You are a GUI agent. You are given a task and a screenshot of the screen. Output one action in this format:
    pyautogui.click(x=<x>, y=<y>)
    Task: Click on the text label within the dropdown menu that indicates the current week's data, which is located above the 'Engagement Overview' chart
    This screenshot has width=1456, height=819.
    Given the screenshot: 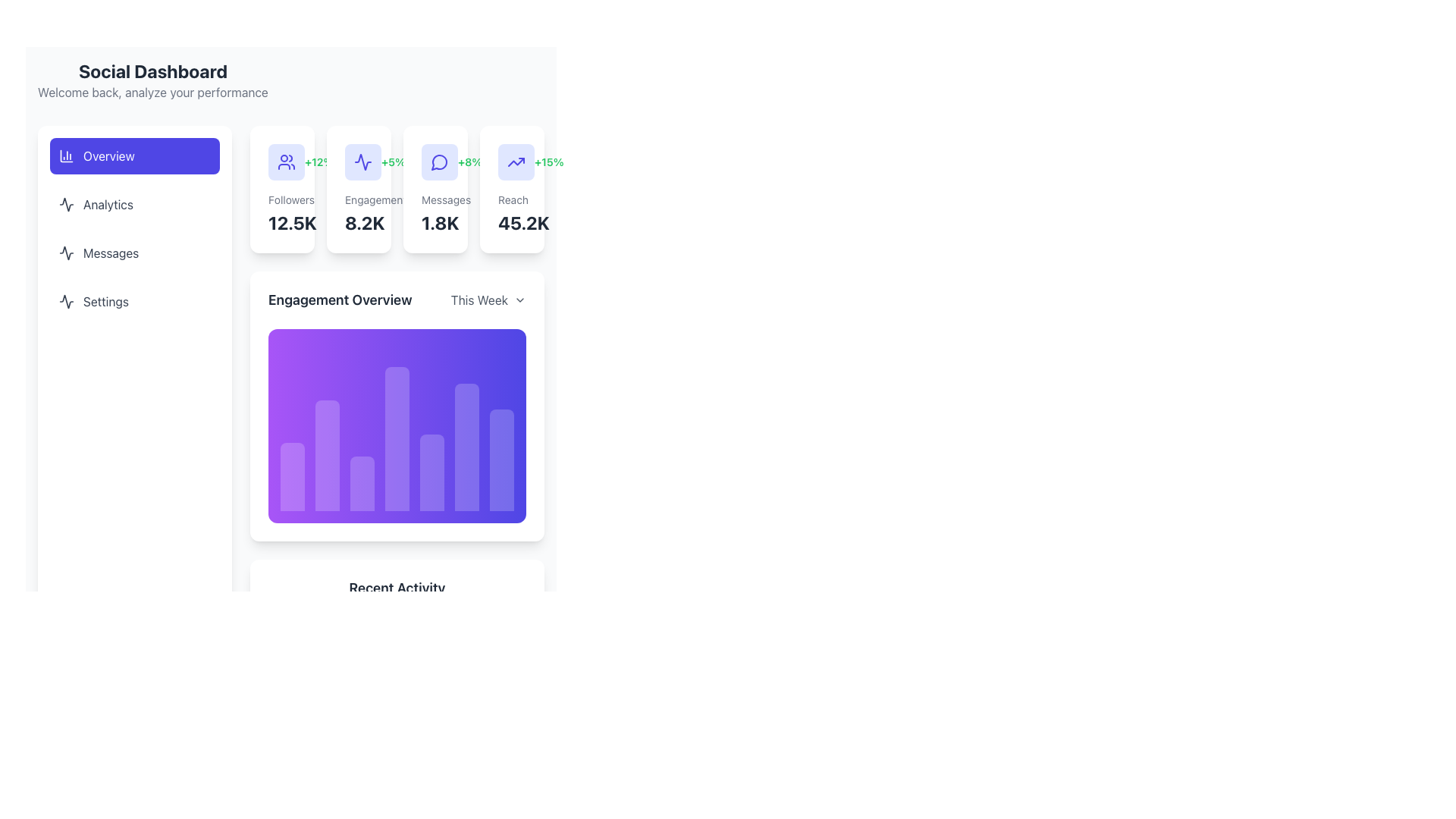 What is the action you would take?
    pyautogui.click(x=479, y=300)
    